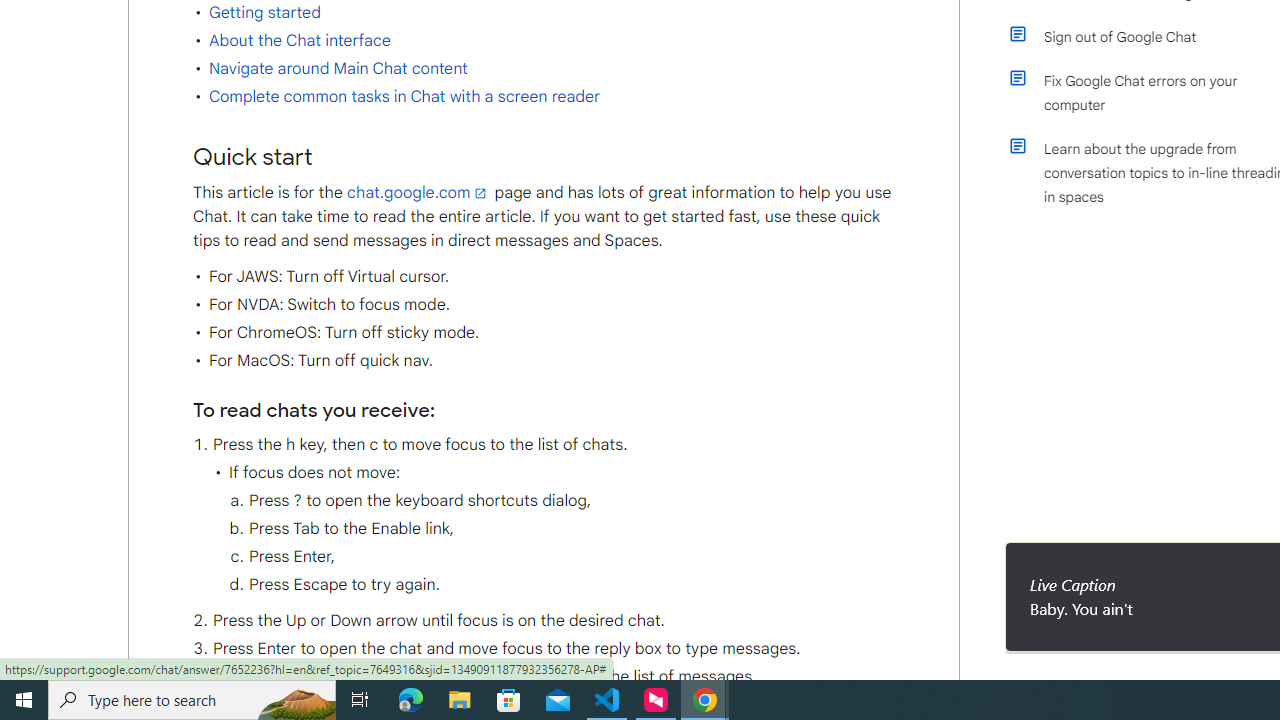 The width and height of the screenshot is (1280, 720). I want to click on 'chat.google.com', so click(418, 192).